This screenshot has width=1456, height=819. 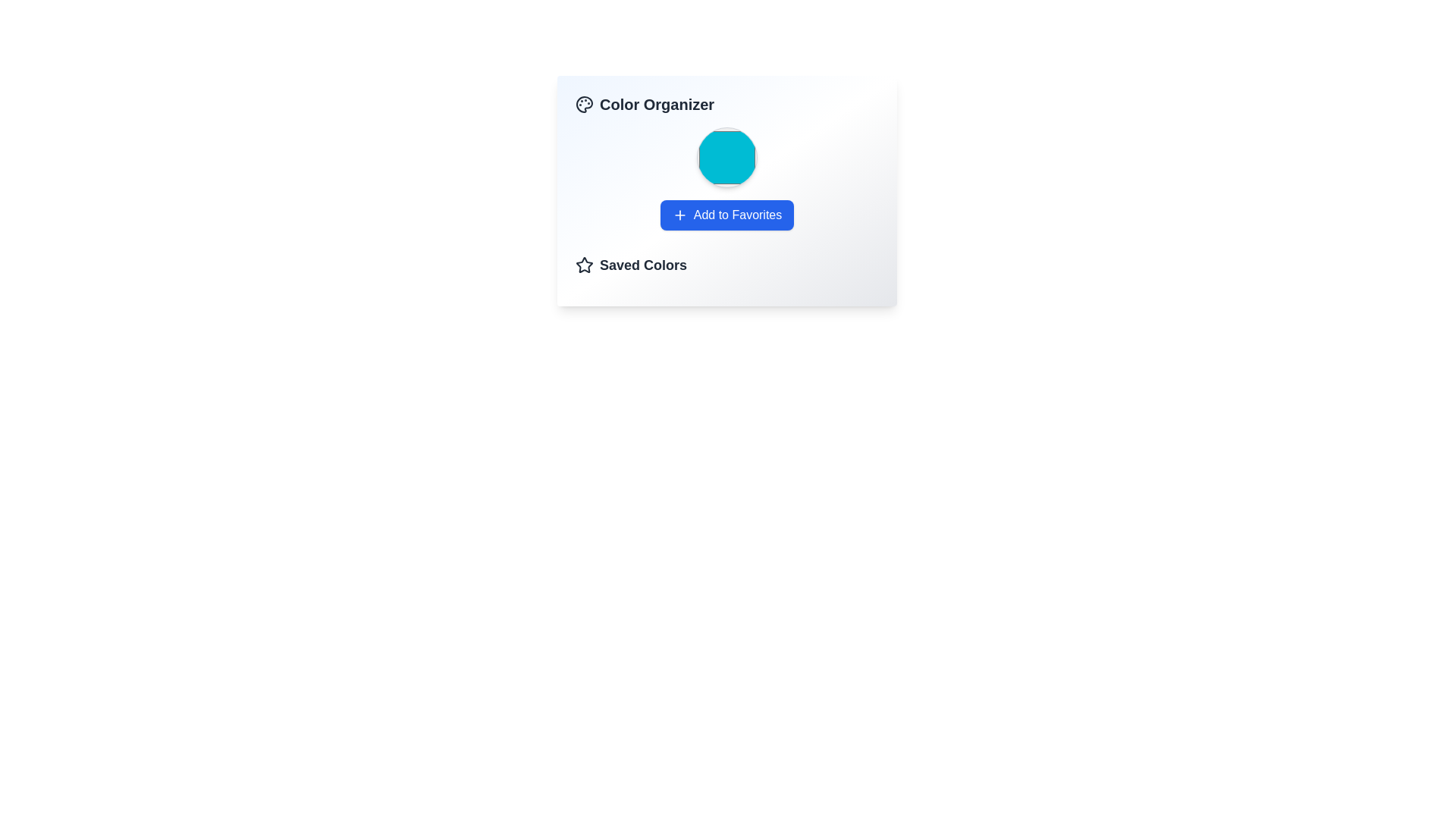 I want to click on the circular color selector located above the blue 'Add to Favorites' button, so click(x=726, y=158).